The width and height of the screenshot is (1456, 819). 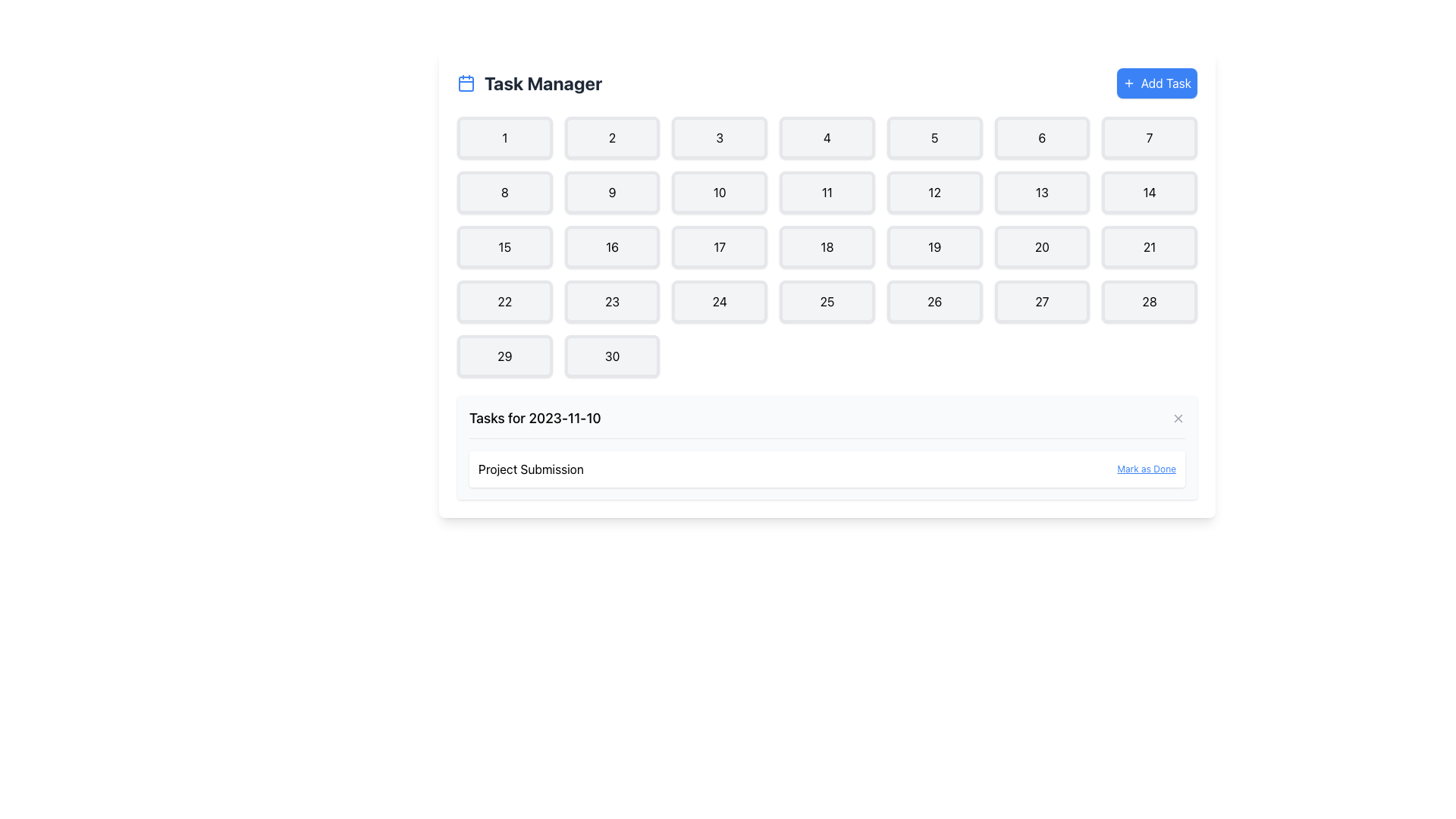 I want to click on the button displaying the bold black text '28' with a light grey background, so click(x=1150, y=301).